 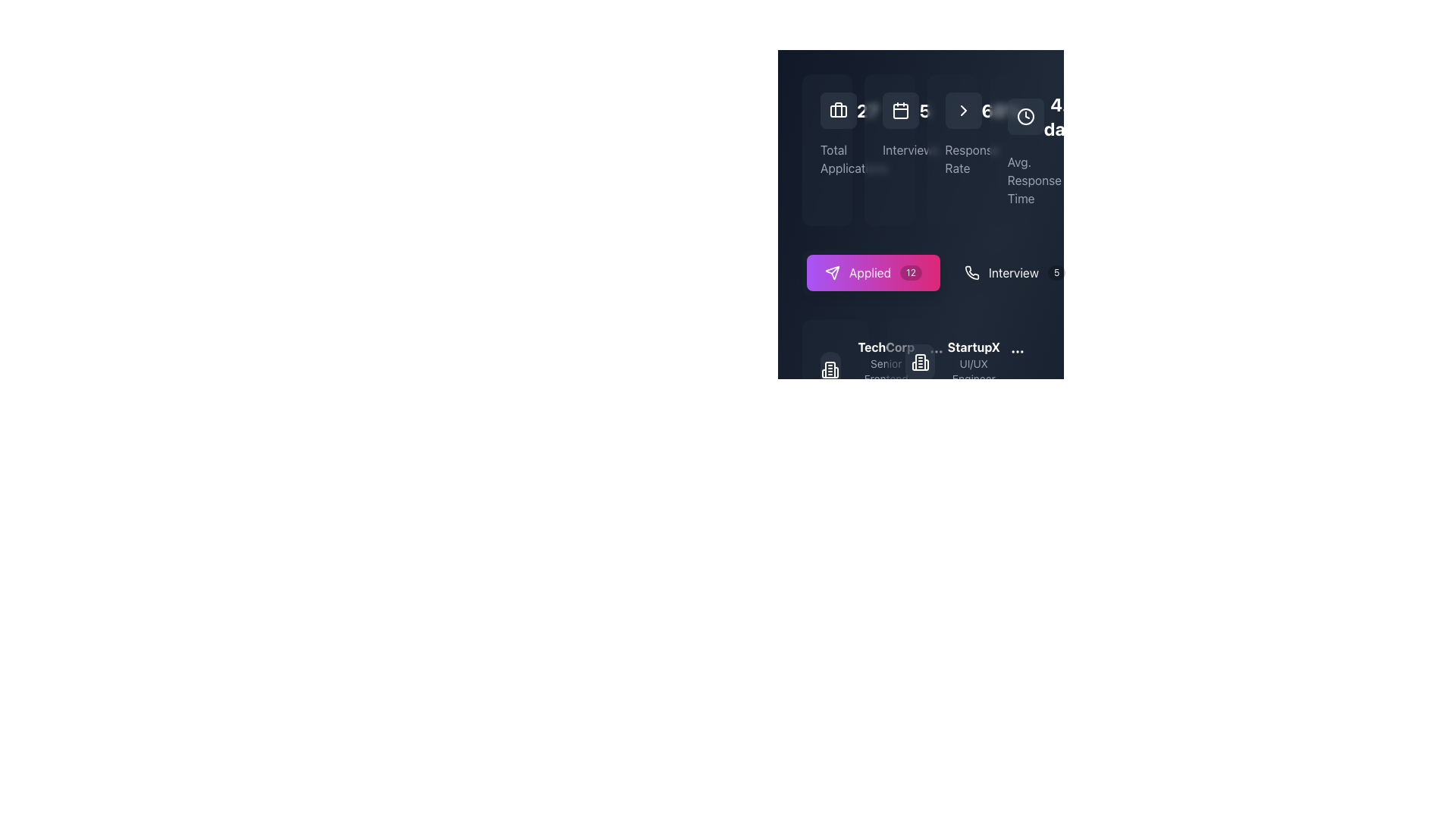 What do you see at coordinates (901, 110) in the screenshot?
I see `the calendar icon, which is the third item in a horizontally aligned group of icons` at bounding box center [901, 110].